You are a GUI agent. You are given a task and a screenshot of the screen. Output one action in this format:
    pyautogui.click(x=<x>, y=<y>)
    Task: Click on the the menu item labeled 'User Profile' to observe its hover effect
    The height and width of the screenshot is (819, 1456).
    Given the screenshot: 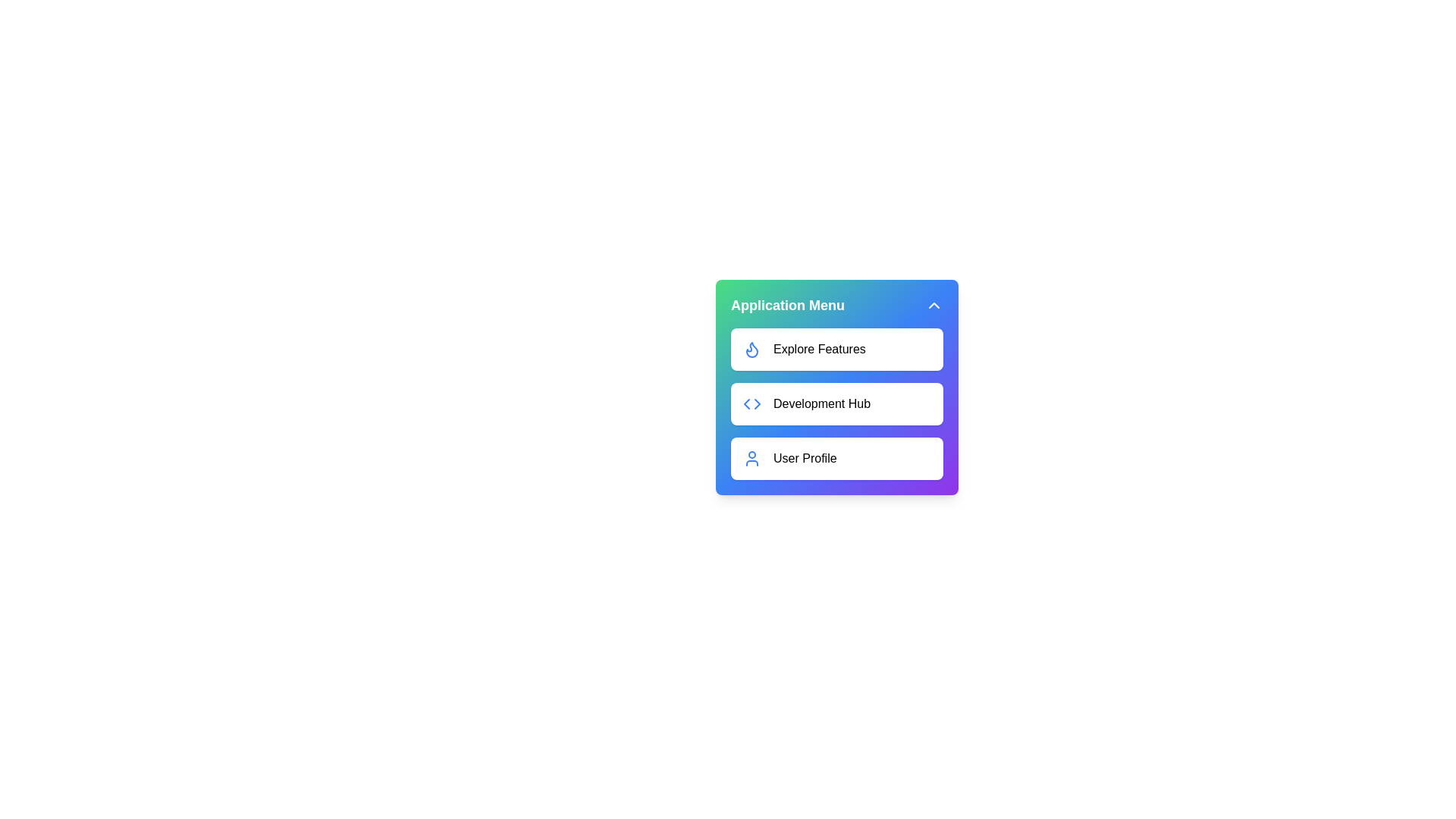 What is the action you would take?
    pyautogui.click(x=836, y=458)
    